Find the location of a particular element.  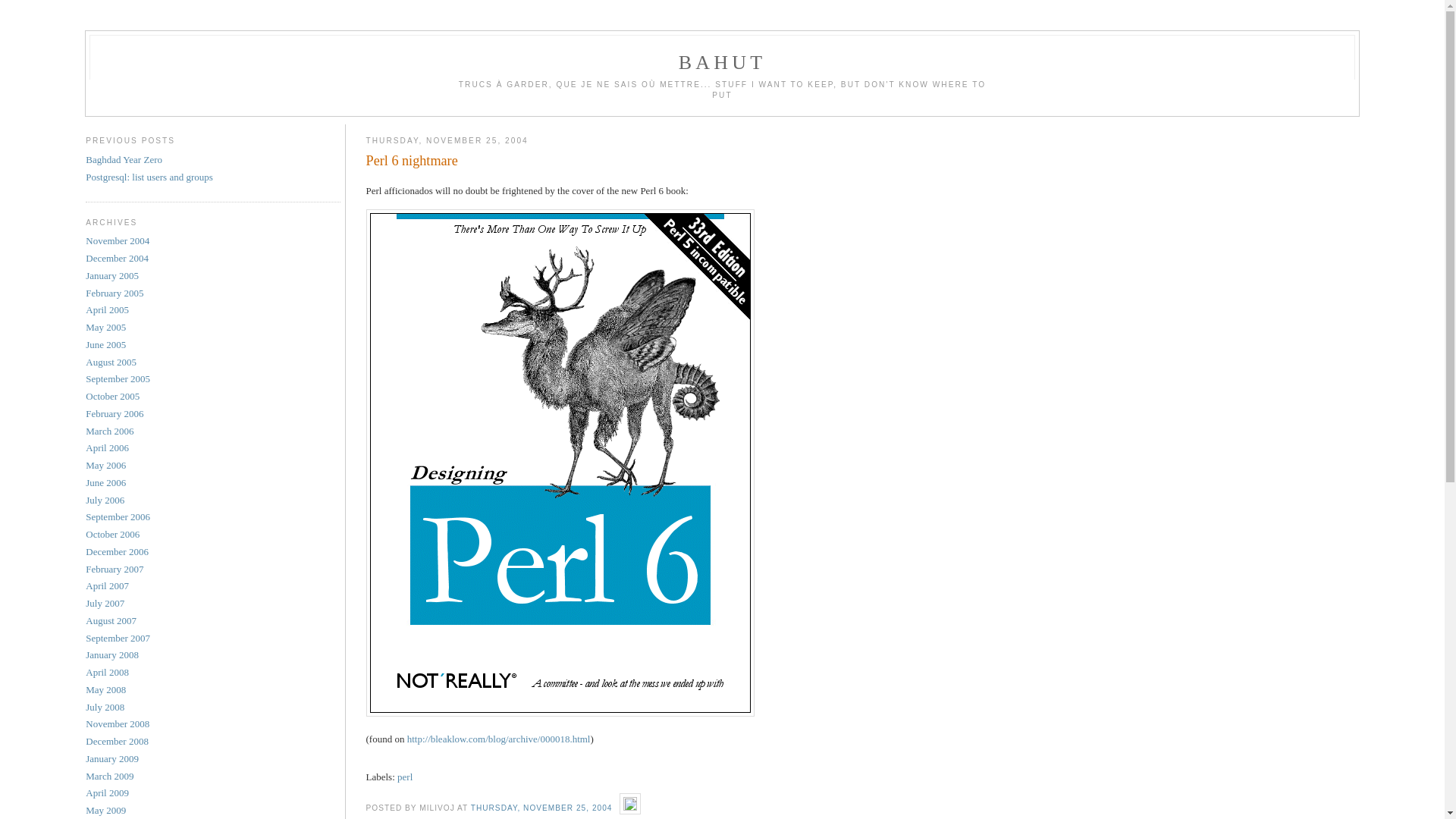

'October 2006' is located at coordinates (111, 533).